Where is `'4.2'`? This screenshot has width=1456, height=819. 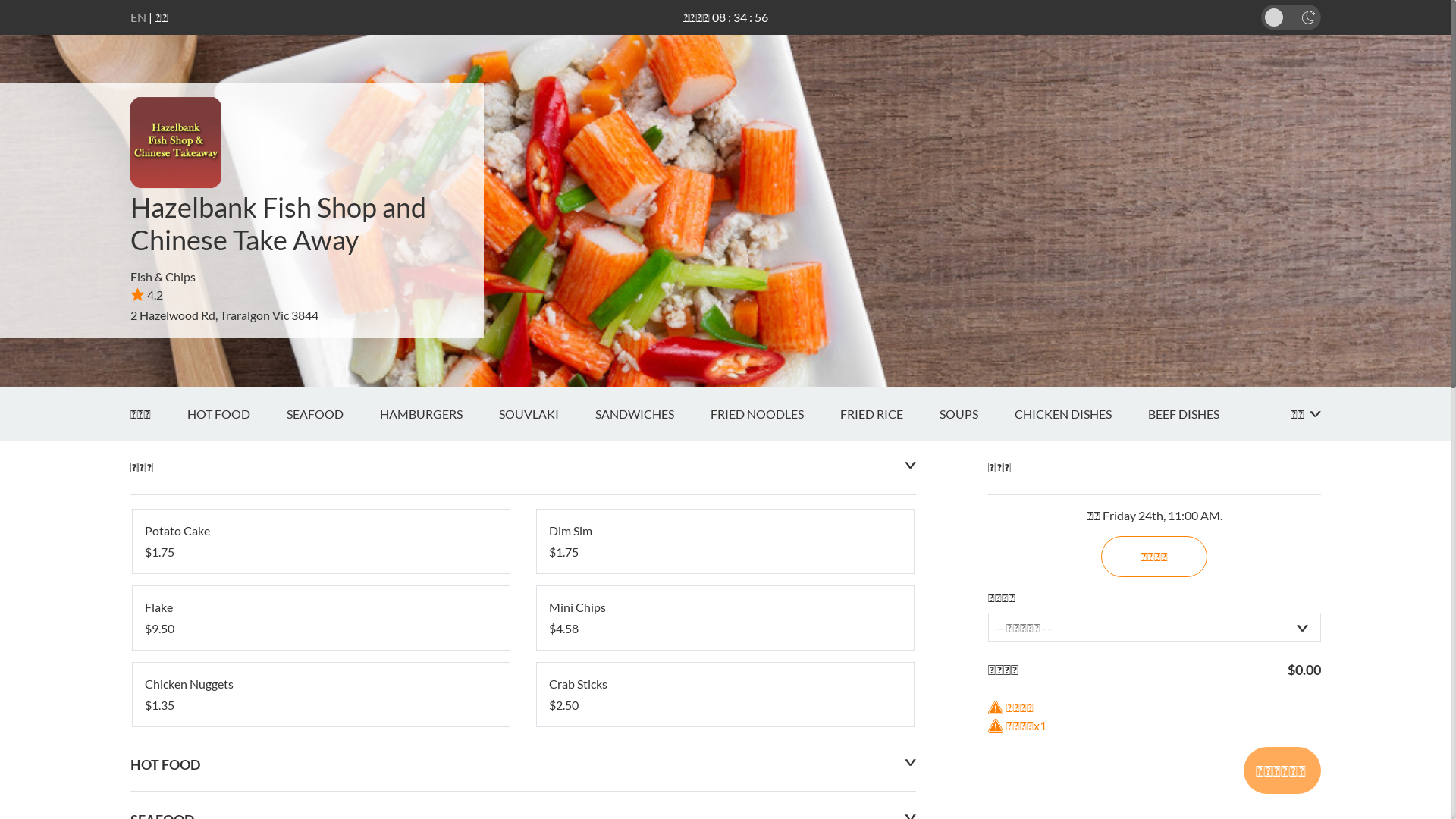
'4.2' is located at coordinates (146, 294).